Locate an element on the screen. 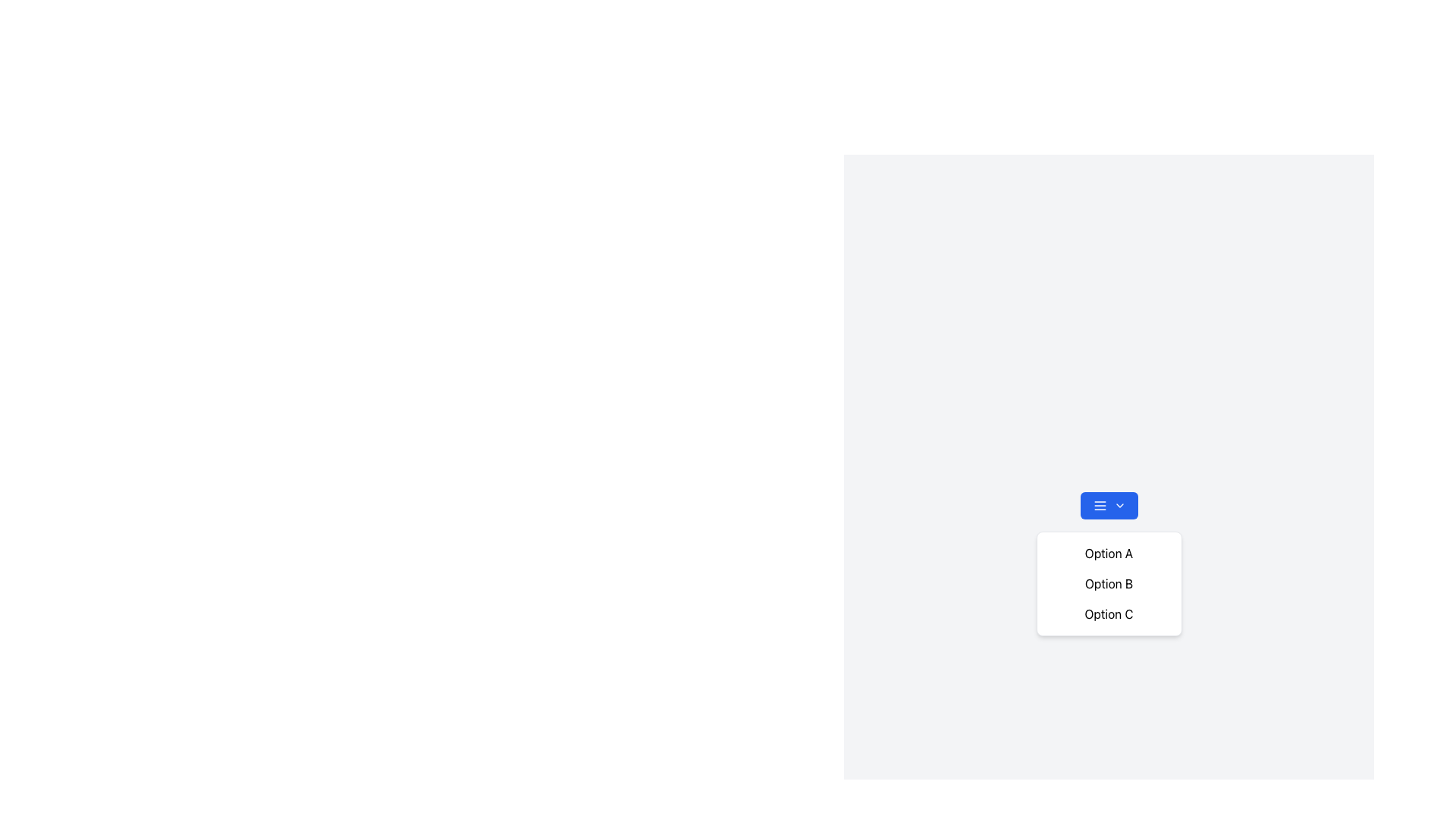 The width and height of the screenshot is (1456, 819). to select the third option in the dropdown menu located below 'Option B' in the top-right quadrant of the interface is located at coordinates (1109, 614).